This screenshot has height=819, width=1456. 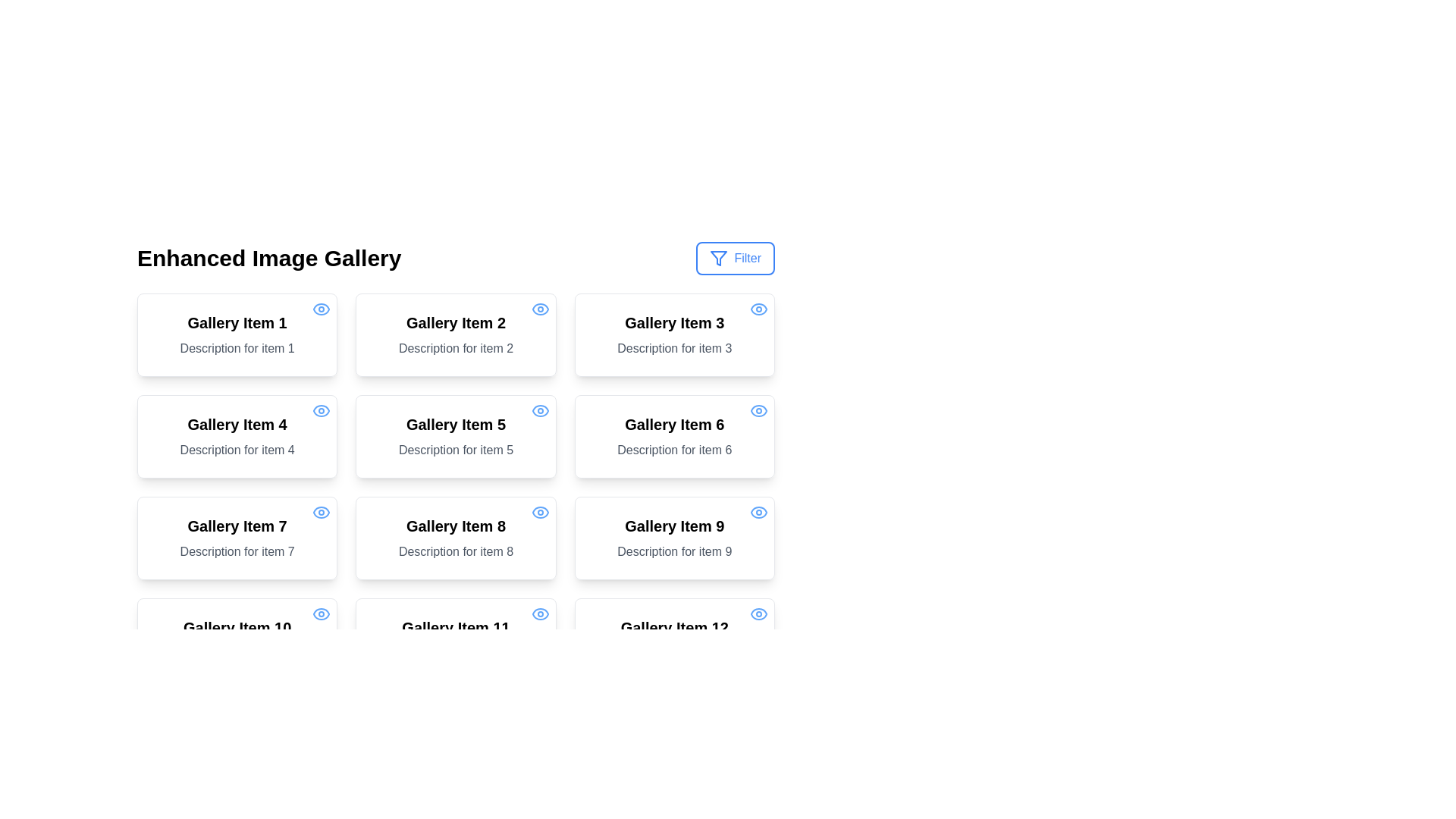 I want to click on the text label styled with bold, extra-large font that reads 'Gallery Item 1', located within the first card of the grid layout, so click(x=237, y=322).